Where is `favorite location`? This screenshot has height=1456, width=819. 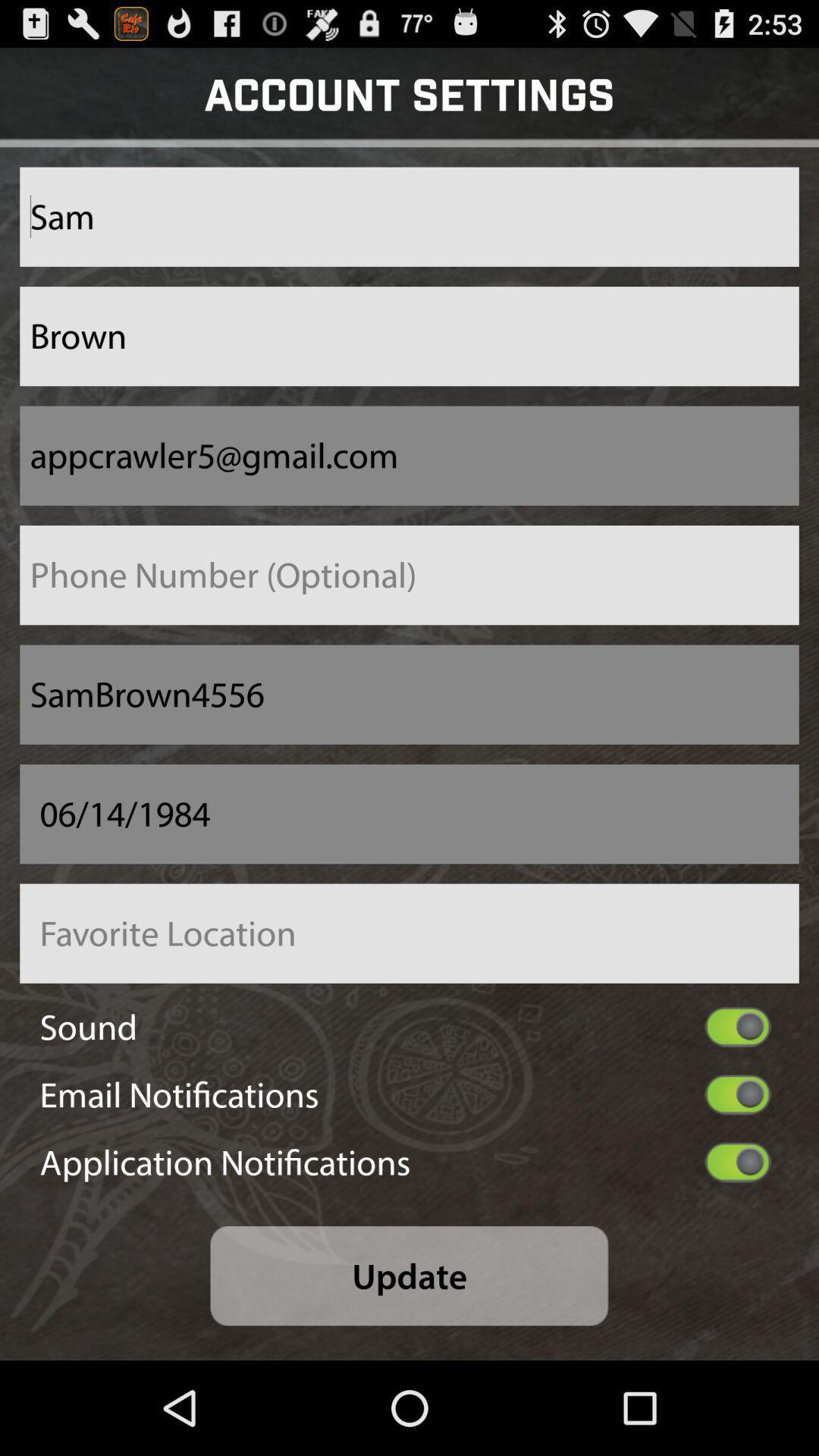
favorite location is located at coordinates (409, 933).